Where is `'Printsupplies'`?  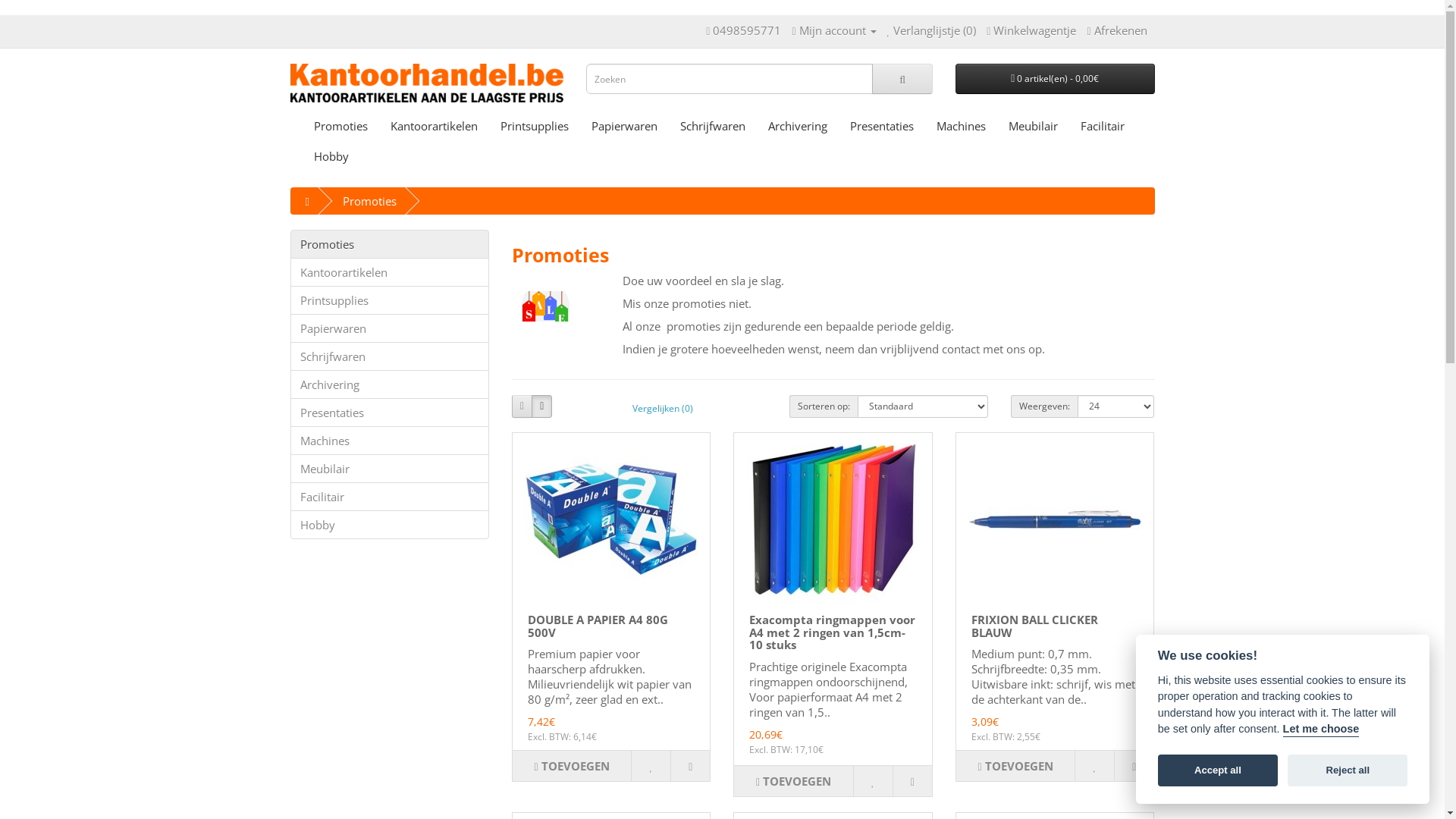 'Printsupplies' is located at coordinates (534, 124).